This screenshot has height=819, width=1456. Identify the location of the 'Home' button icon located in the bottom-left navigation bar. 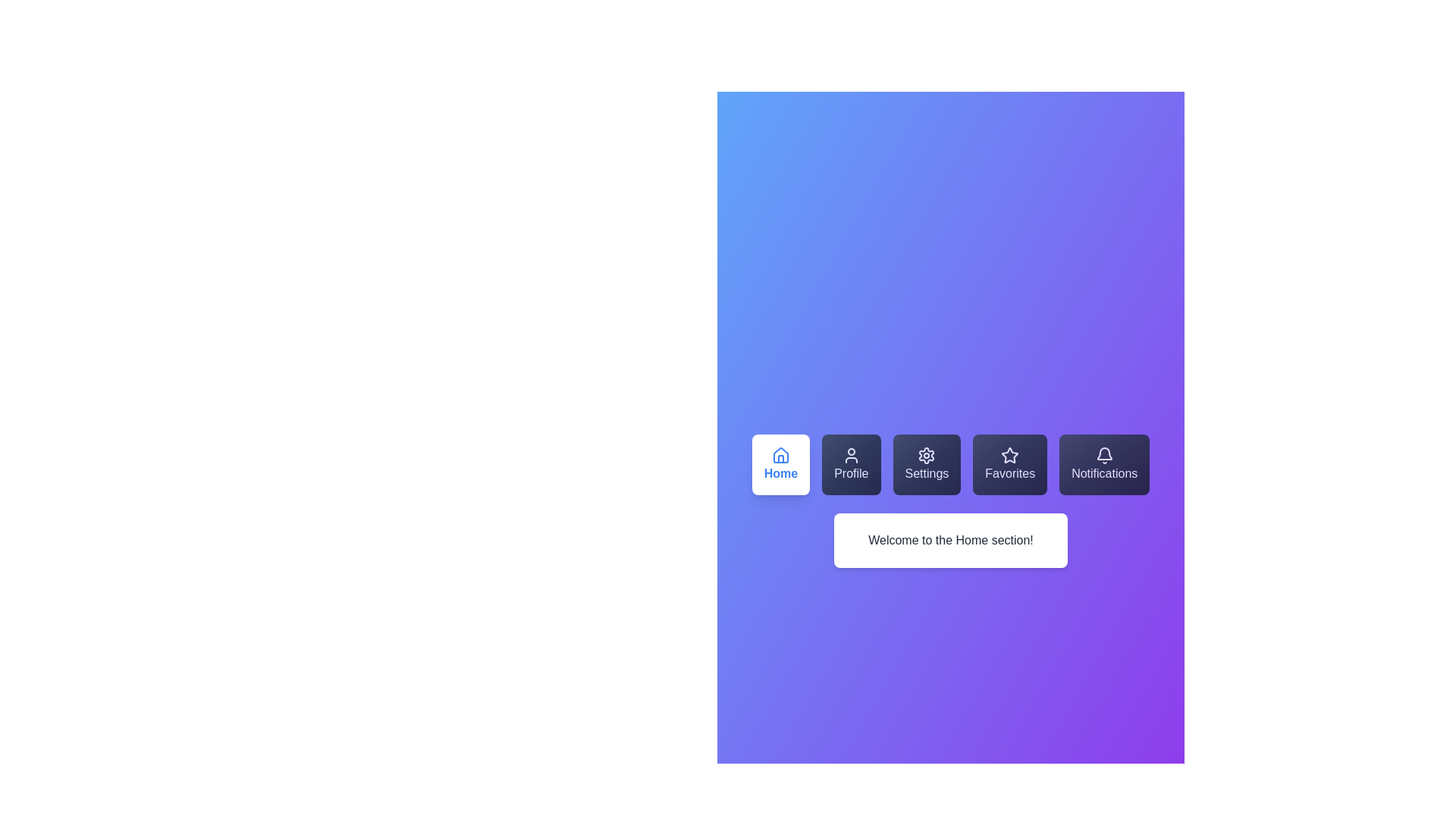
(780, 455).